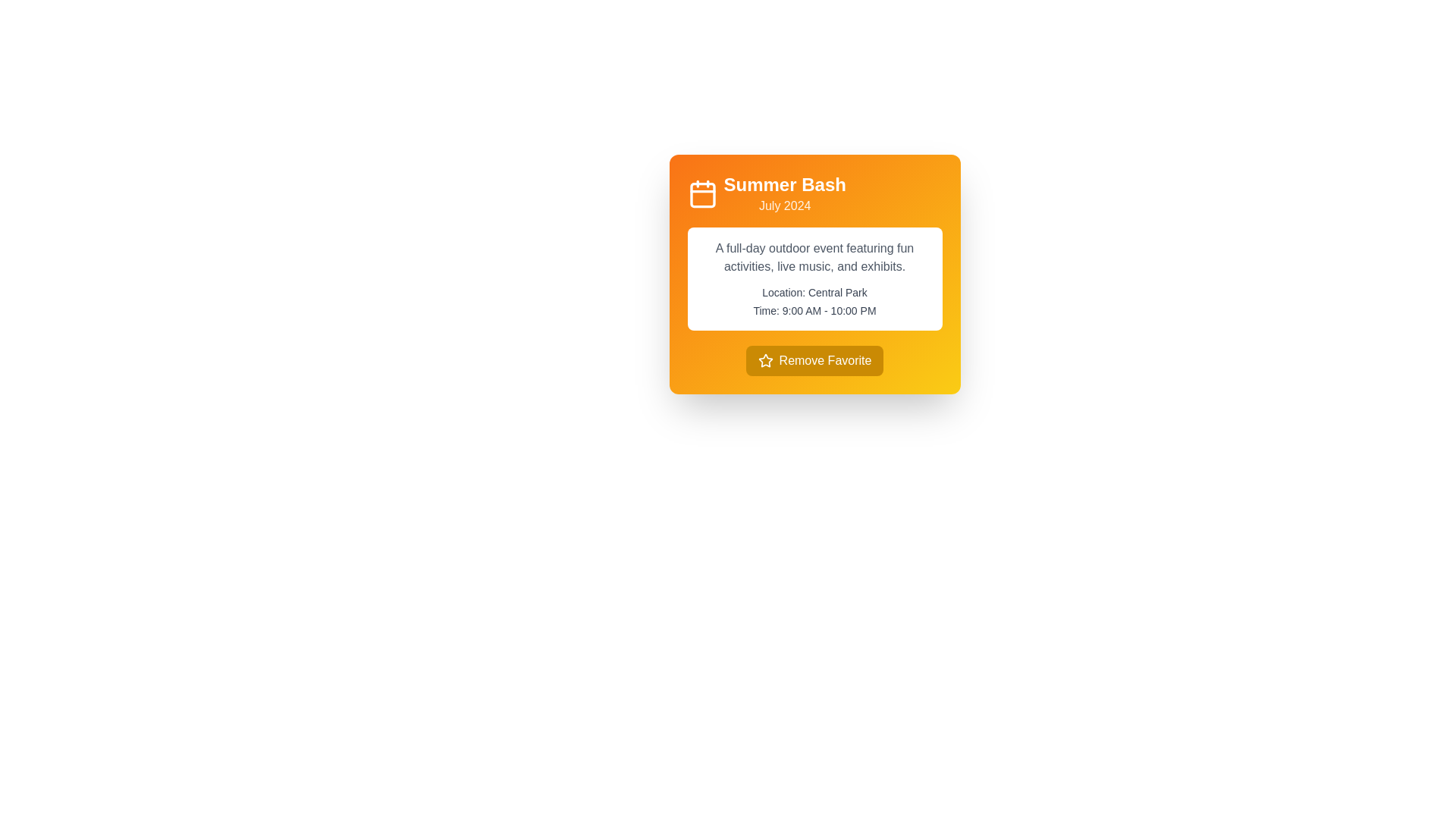 This screenshot has height=819, width=1456. What do you see at coordinates (701, 193) in the screenshot?
I see `the calendar icon located at the upper-left corner of the yellow-orange card layout next to the 'Summer Bash' text` at bounding box center [701, 193].